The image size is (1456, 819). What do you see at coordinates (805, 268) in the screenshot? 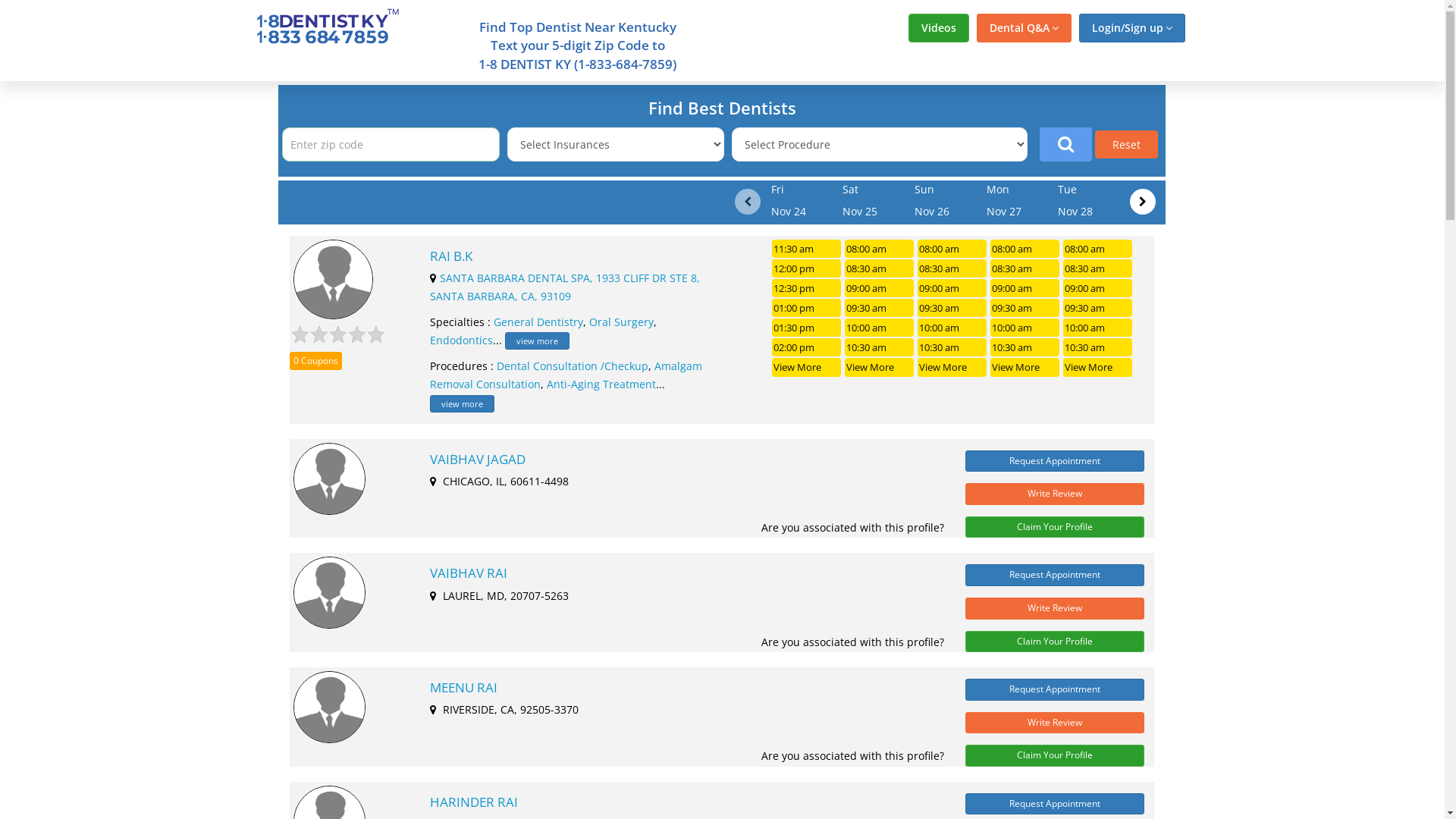
I see `'12:00 pm'` at bounding box center [805, 268].